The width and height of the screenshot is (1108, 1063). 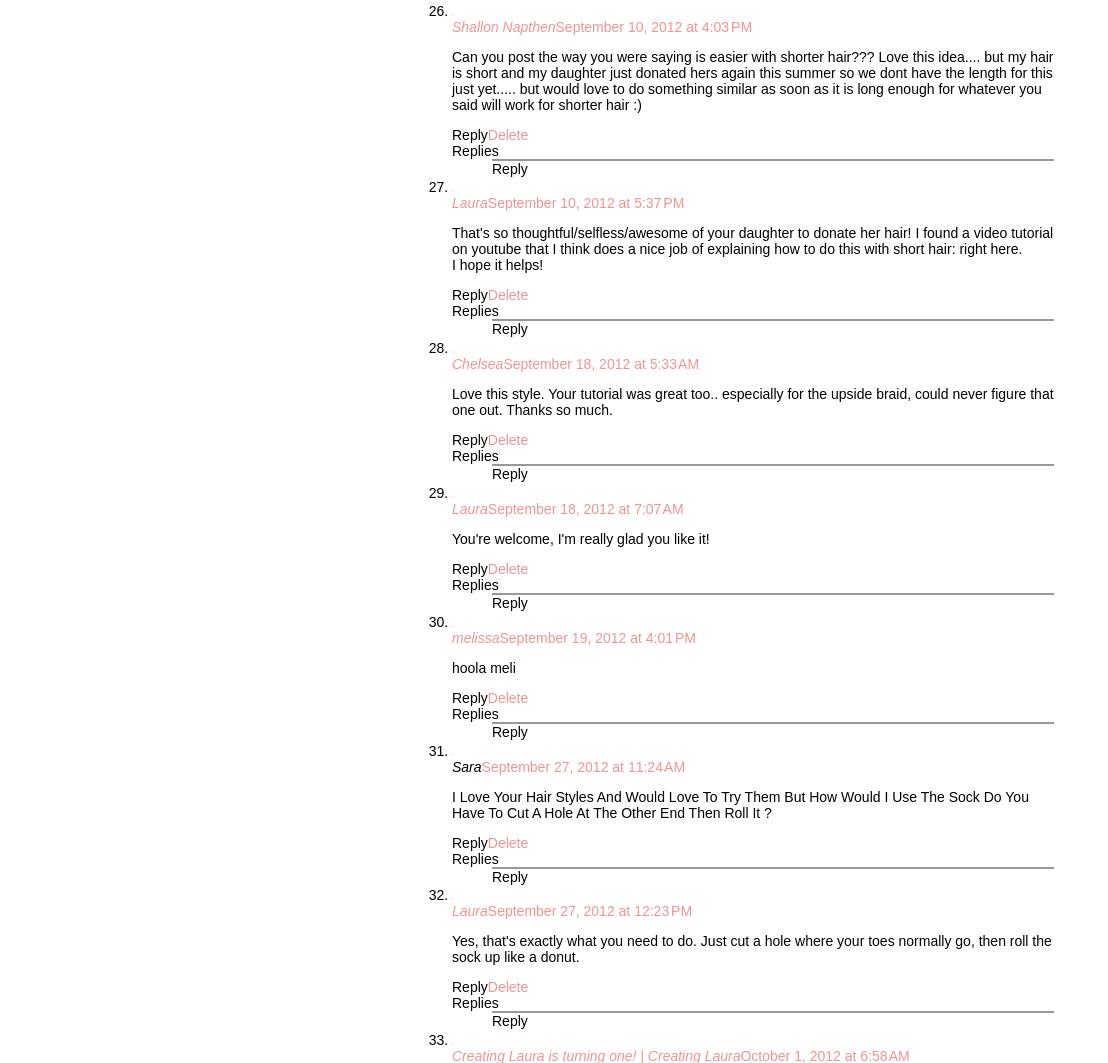 What do you see at coordinates (600, 363) in the screenshot?
I see `'September 18, 2012 at 5:33 AM'` at bounding box center [600, 363].